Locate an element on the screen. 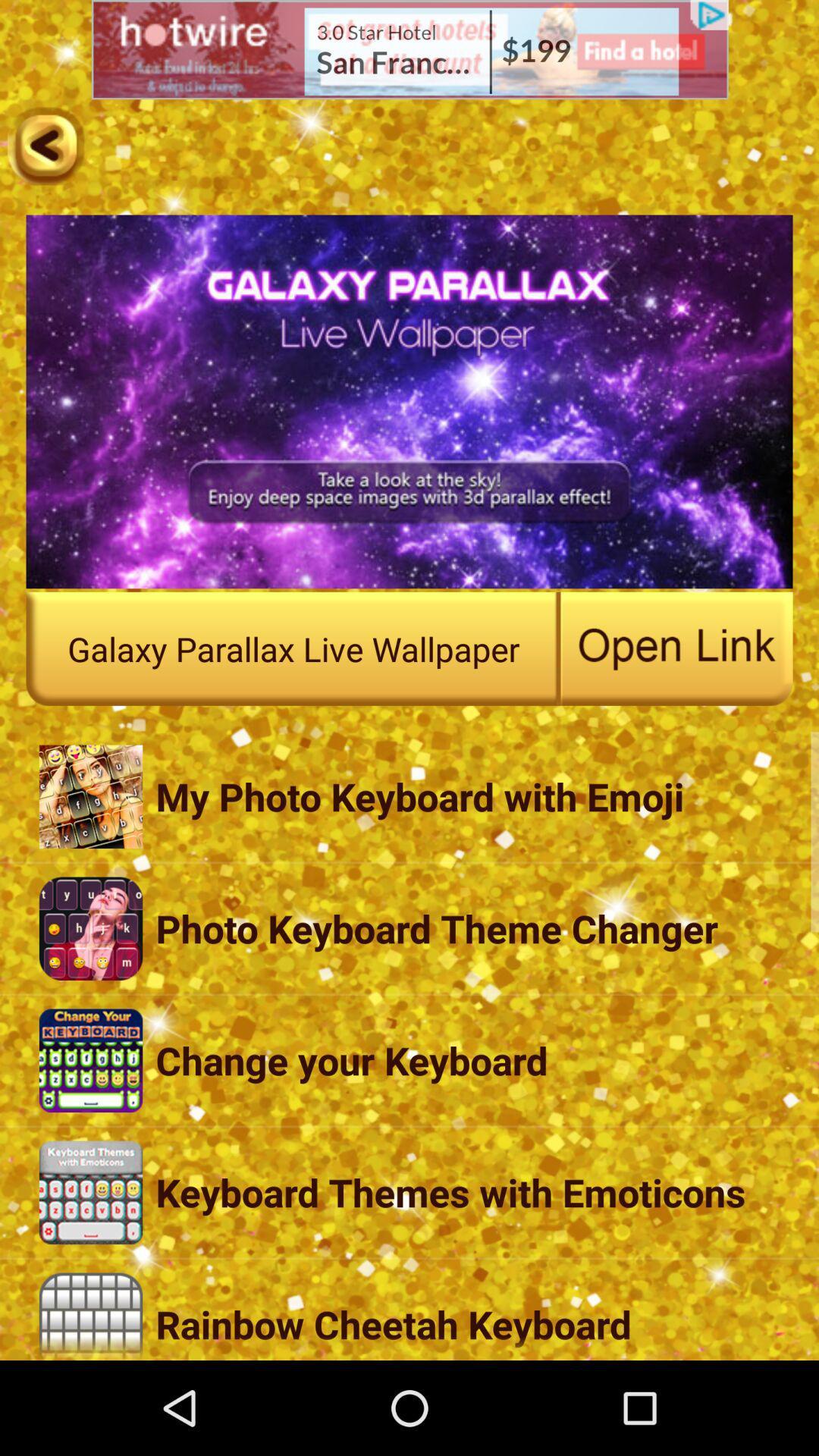 The image size is (819, 1456). visit advertisement is located at coordinates (409, 49).